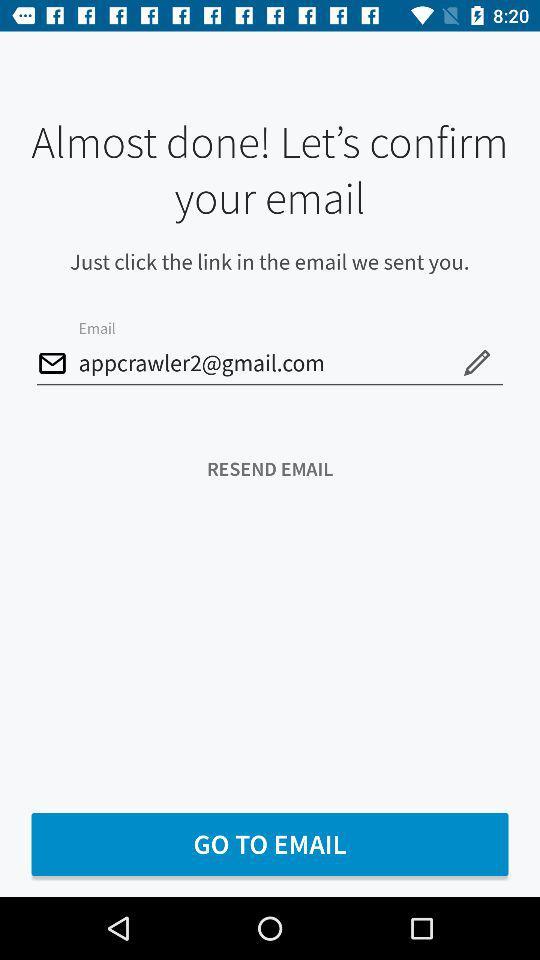 Image resolution: width=540 pixels, height=960 pixels. Describe the element at coordinates (270, 363) in the screenshot. I see `the icon above the resend email icon` at that location.